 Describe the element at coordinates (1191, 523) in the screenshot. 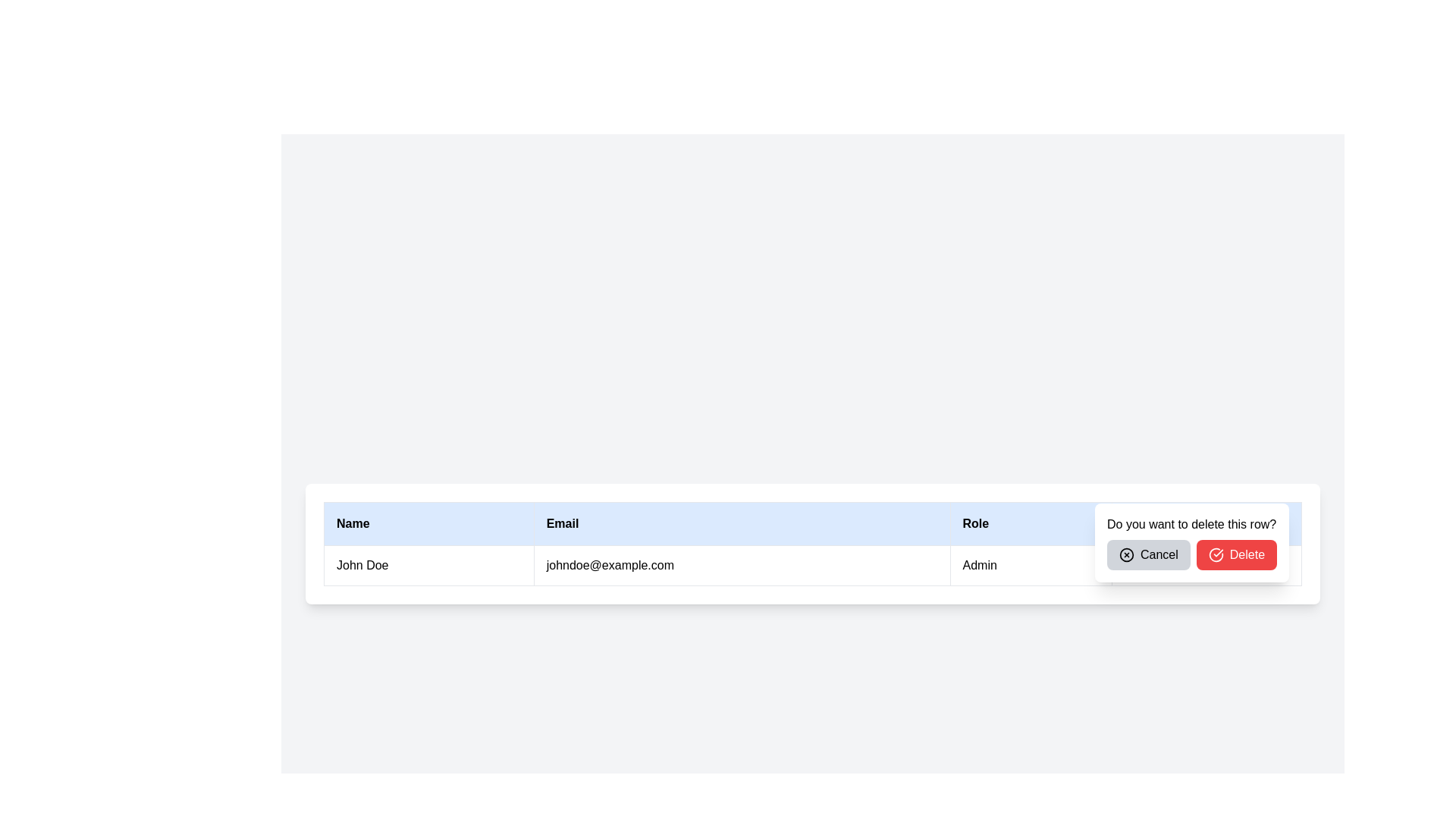

I see `bold static text message that asks, 'Do you want to delete this row?' which is prominently displayed at the top of the pop-up dialog box` at that location.